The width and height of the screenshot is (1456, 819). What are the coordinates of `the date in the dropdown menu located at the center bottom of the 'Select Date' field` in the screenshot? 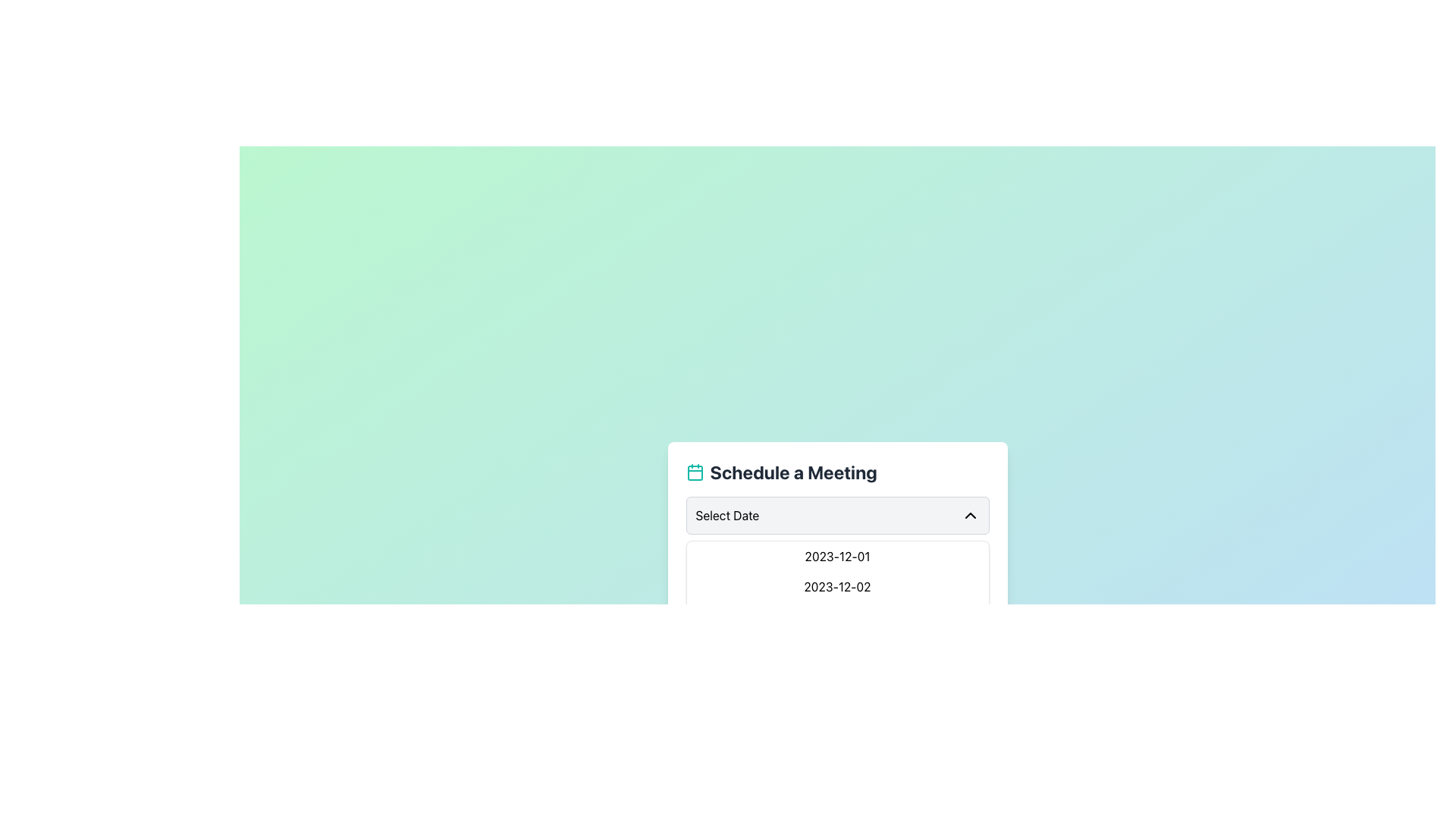 It's located at (836, 586).